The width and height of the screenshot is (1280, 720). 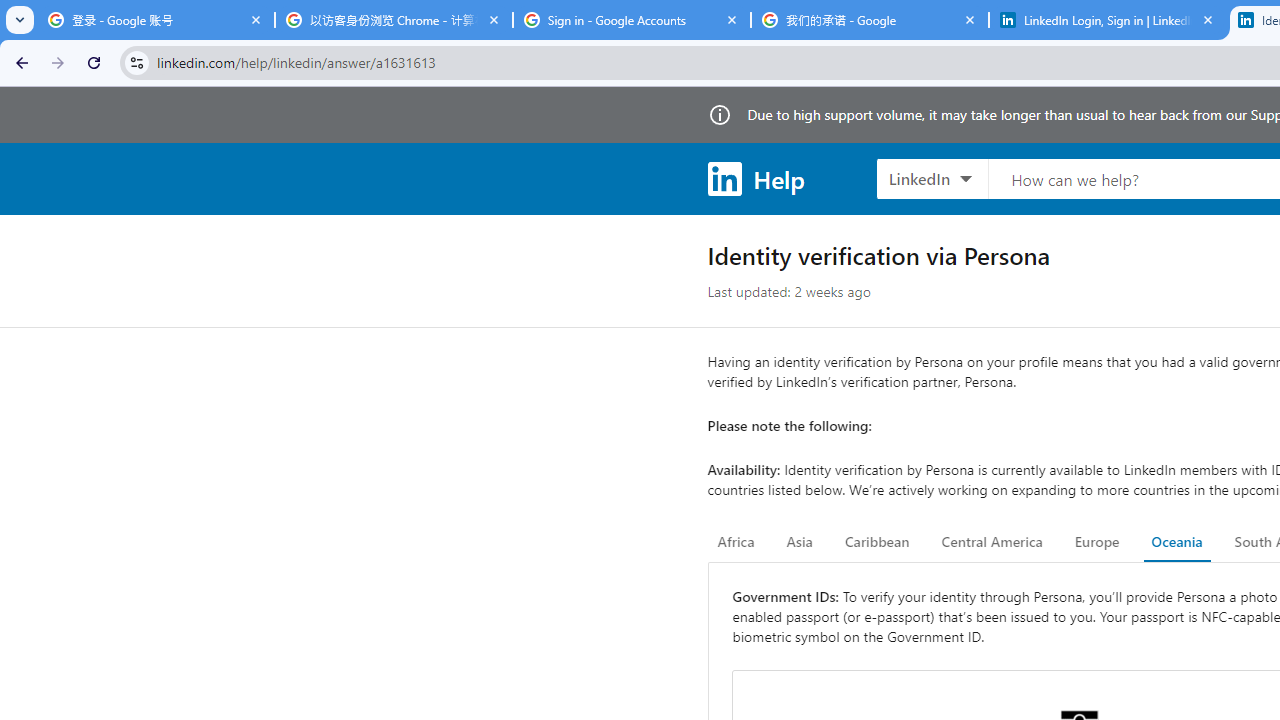 I want to click on 'Europe', so click(x=1095, y=542).